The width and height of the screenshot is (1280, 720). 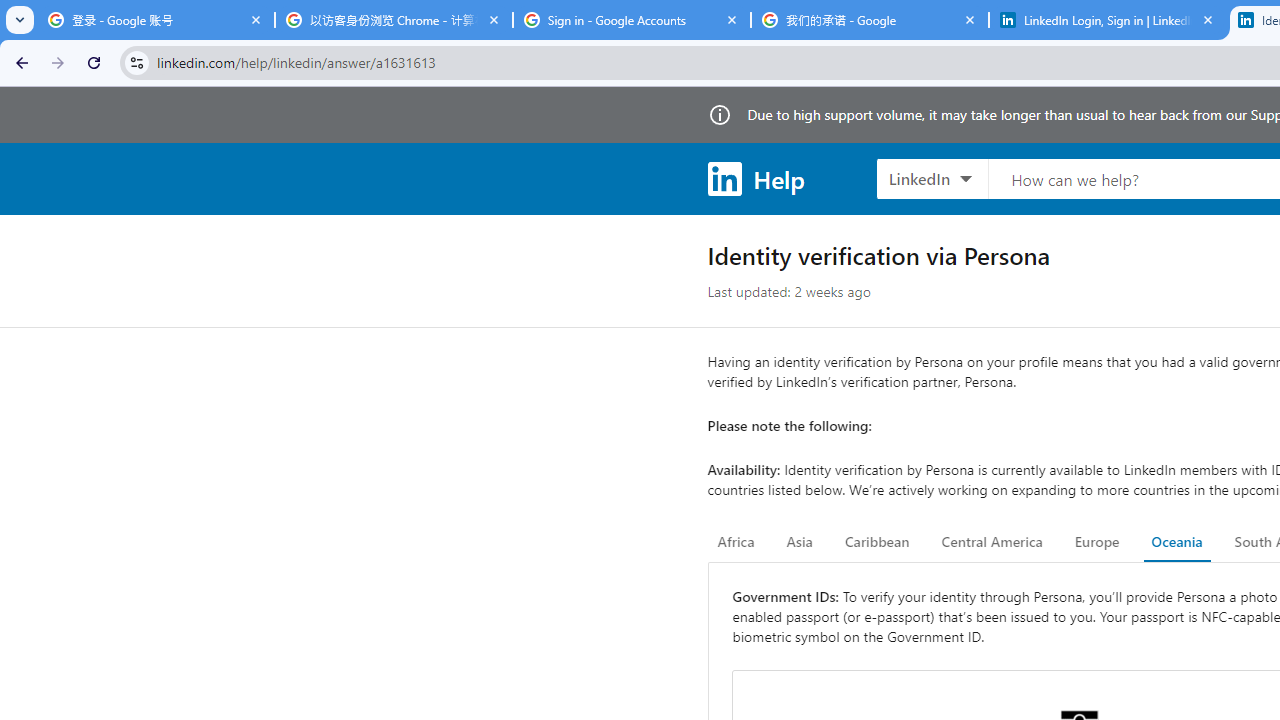 I want to click on 'Europe', so click(x=1095, y=542).